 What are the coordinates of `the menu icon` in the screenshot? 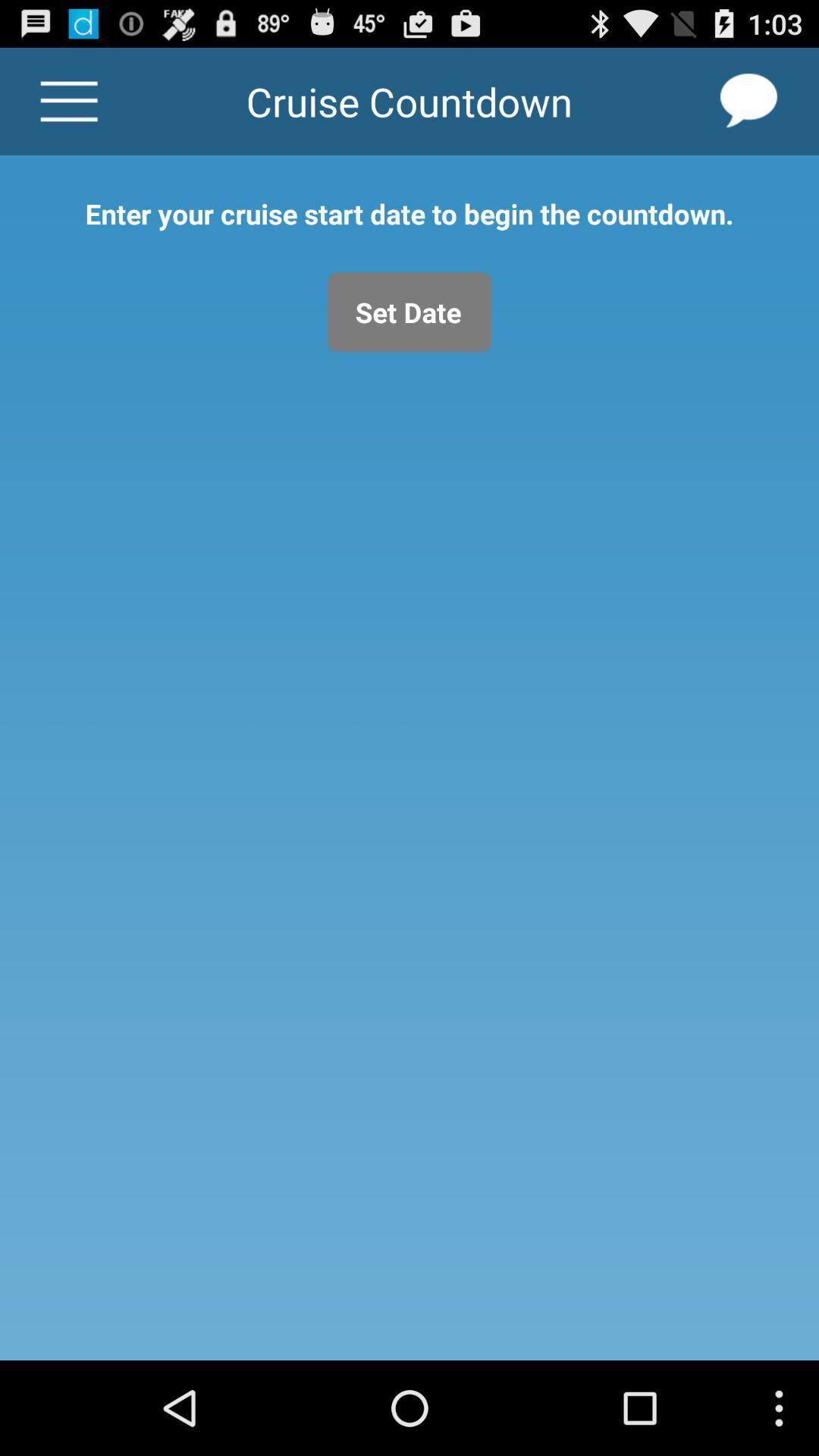 It's located at (69, 108).